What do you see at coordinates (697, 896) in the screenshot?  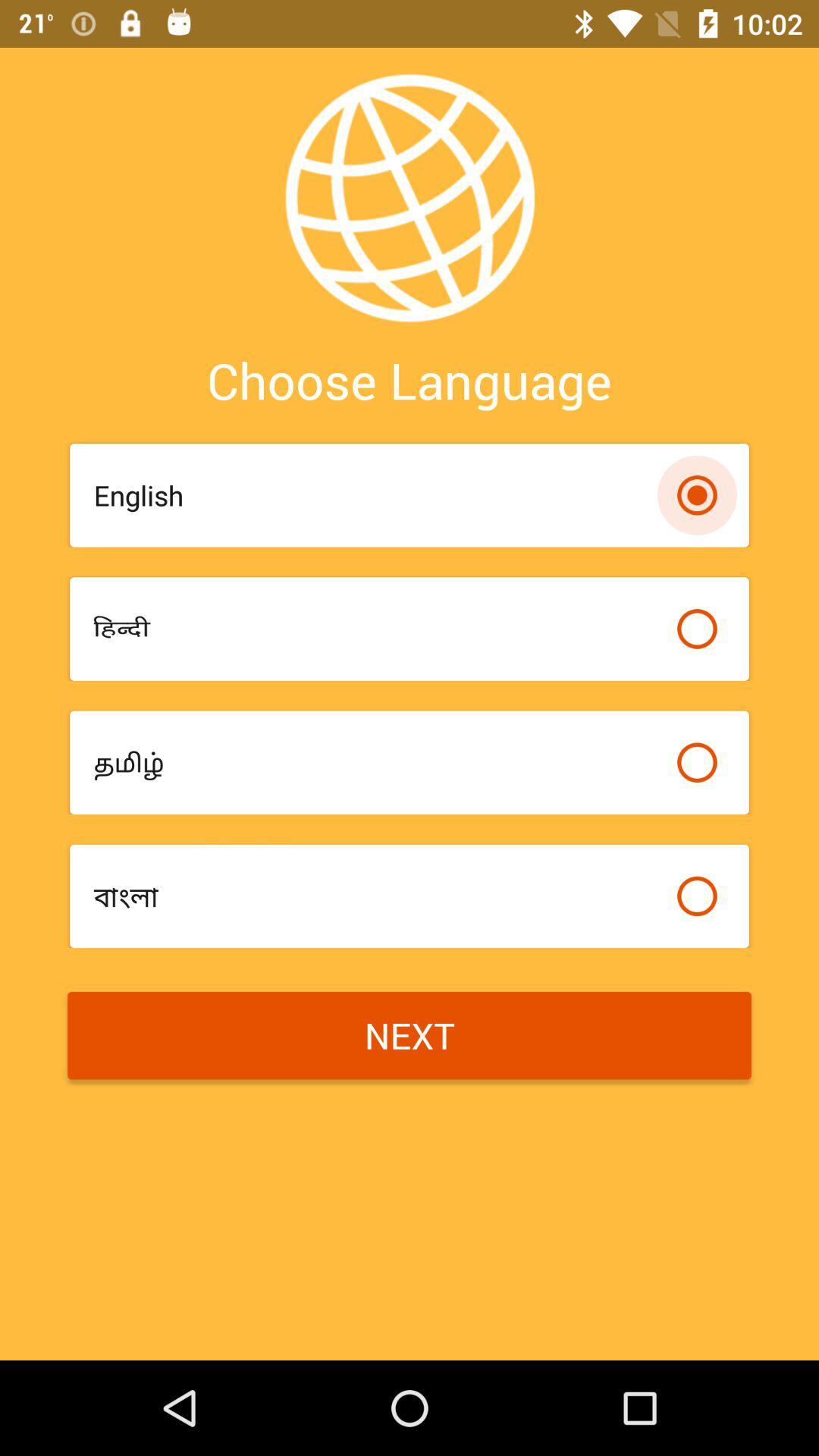 I see `choose button` at bounding box center [697, 896].